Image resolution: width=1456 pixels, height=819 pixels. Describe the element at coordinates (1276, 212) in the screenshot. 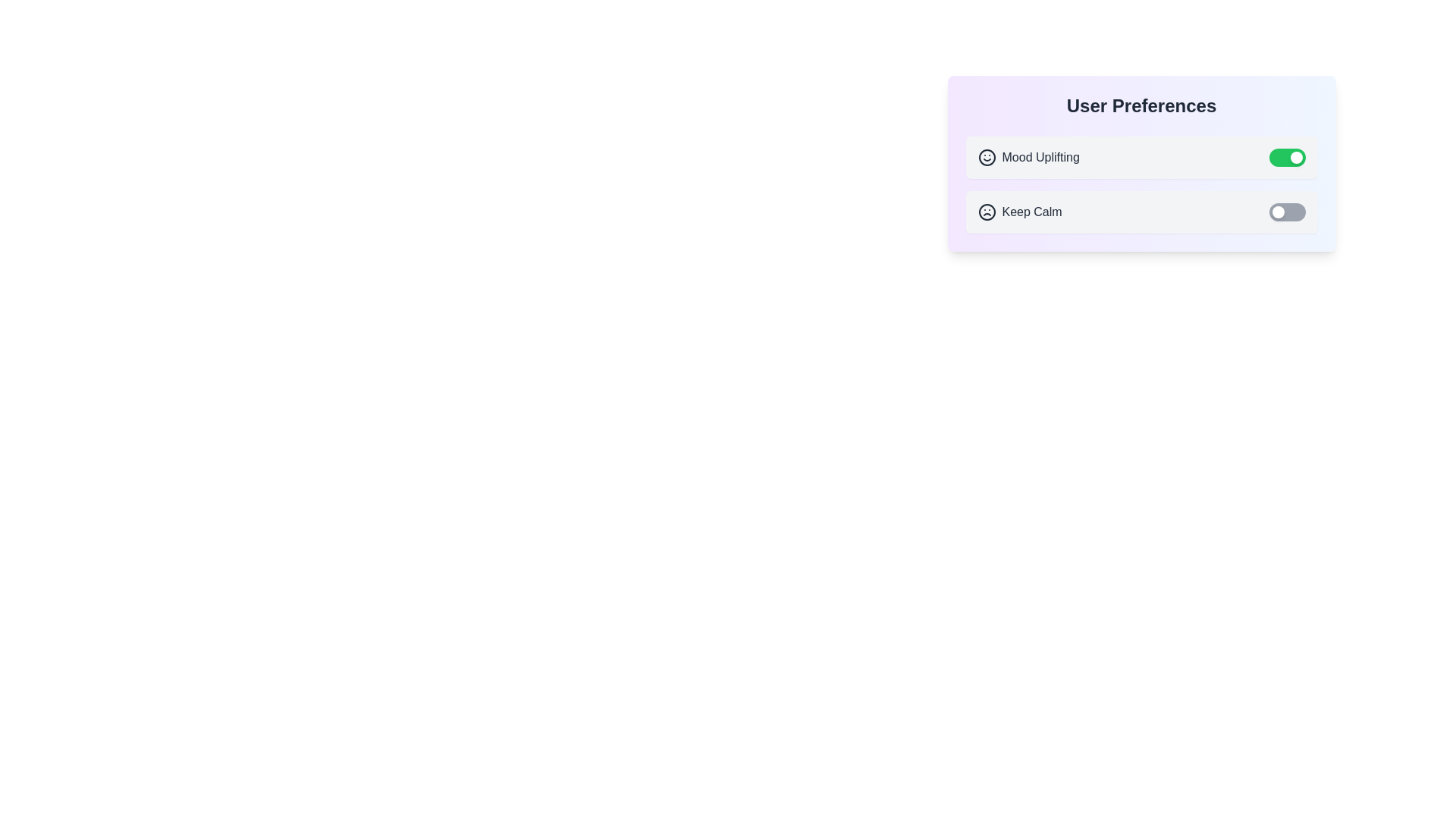

I see `the circular toggle handle of the second toggle switch labeled 'Keep Calm' in the 'User Preferences' section to switch its state` at that location.